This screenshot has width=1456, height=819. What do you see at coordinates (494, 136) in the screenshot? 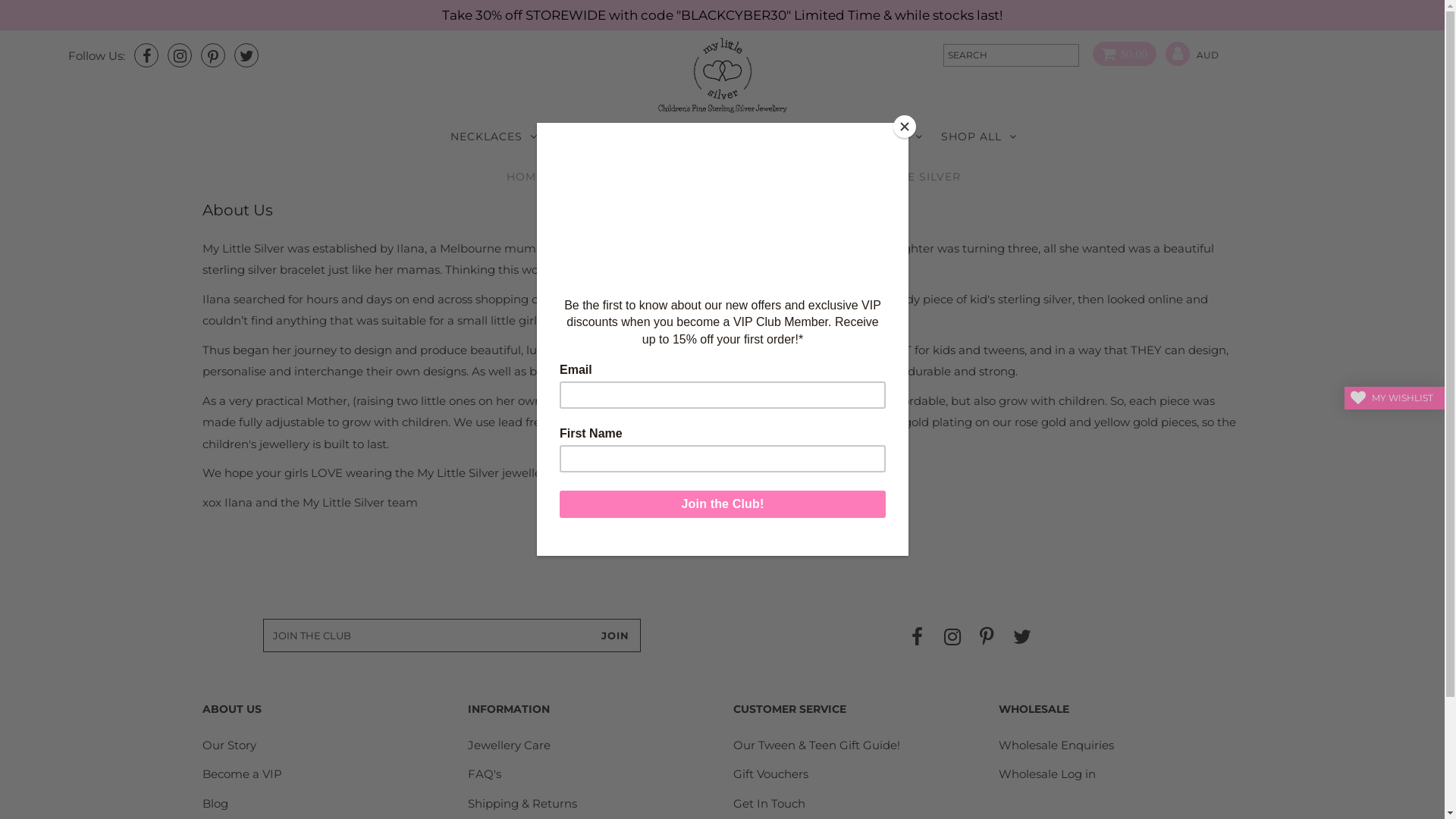
I see `'NECKLACES'` at bounding box center [494, 136].